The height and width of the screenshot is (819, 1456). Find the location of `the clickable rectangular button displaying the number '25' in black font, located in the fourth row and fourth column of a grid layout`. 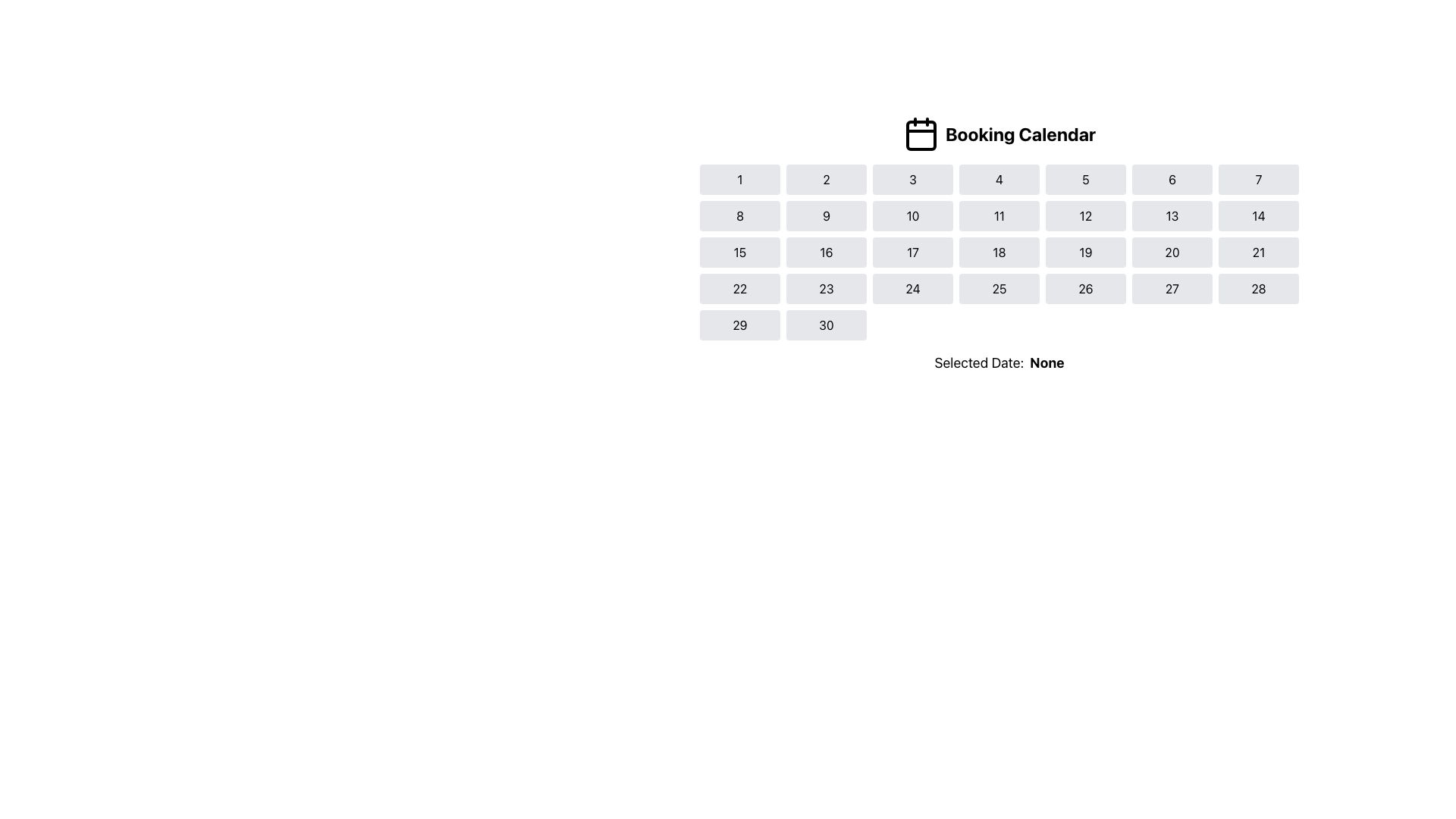

the clickable rectangular button displaying the number '25' in black font, located in the fourth row and fourth column of a grid layout is located at coordinates (999, 289).